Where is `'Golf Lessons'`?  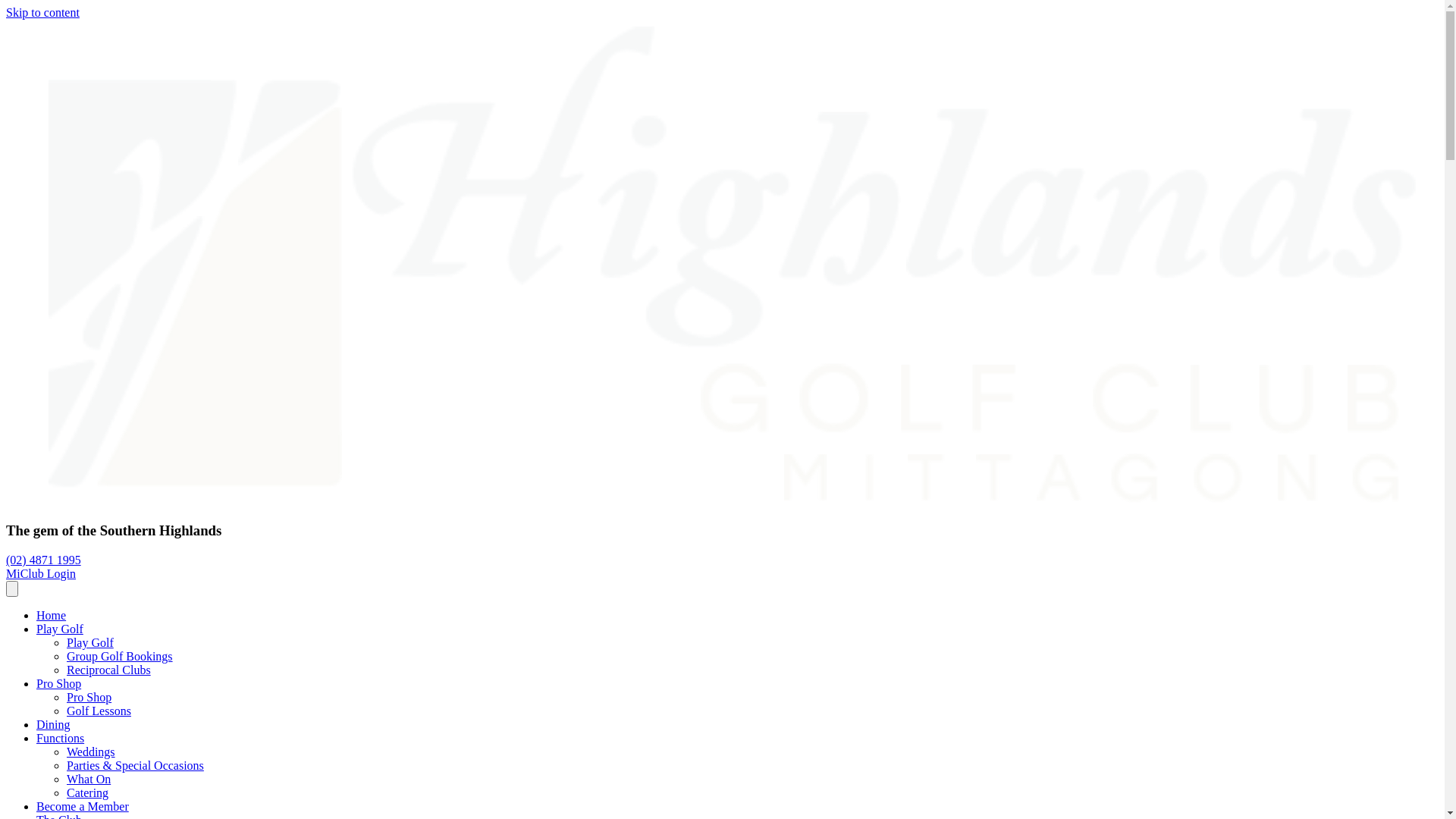
'Golf Lessons' is located at coordinates (65, 711).